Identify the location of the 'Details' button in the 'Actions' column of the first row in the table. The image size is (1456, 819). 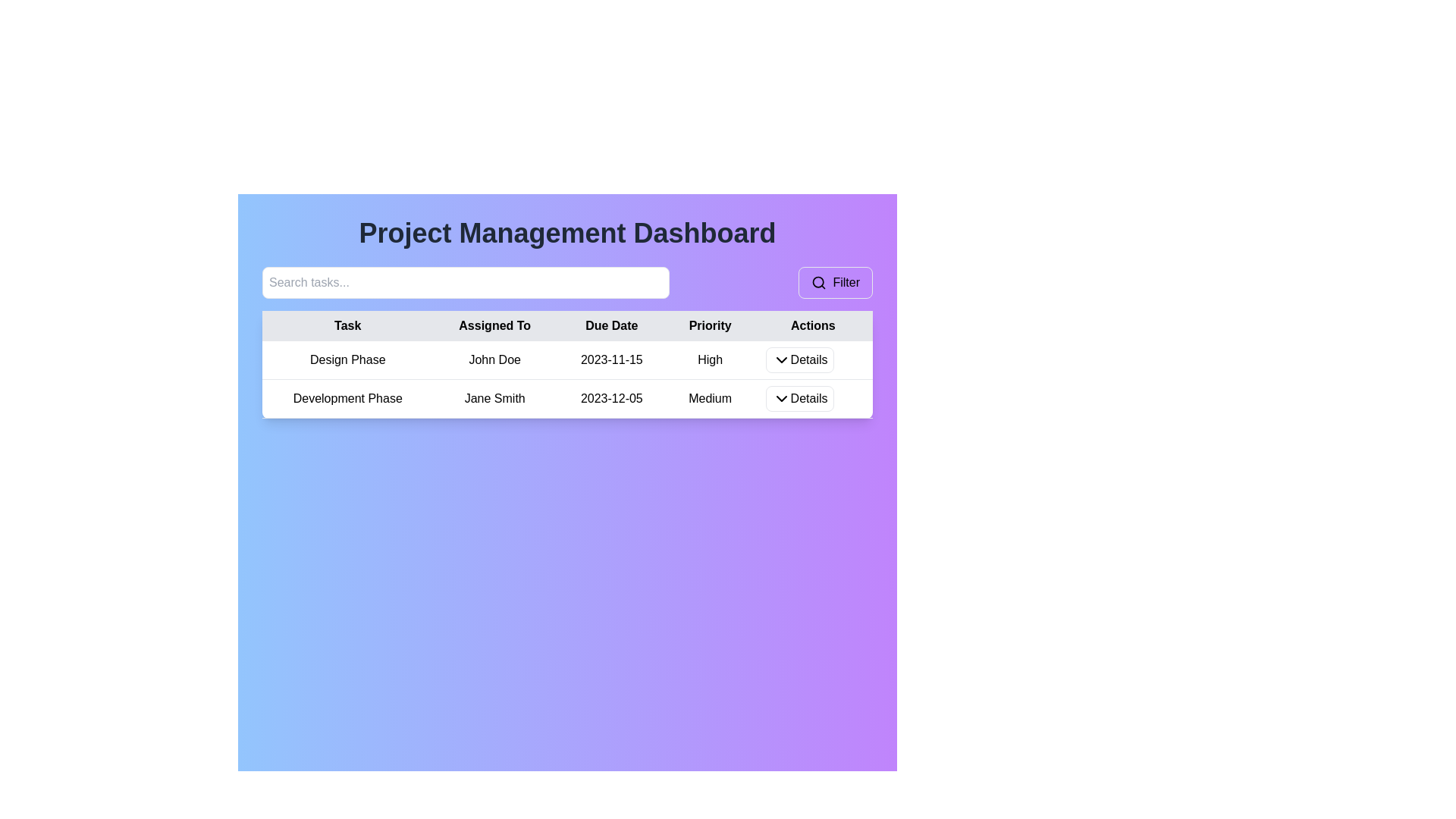
(799, 359).